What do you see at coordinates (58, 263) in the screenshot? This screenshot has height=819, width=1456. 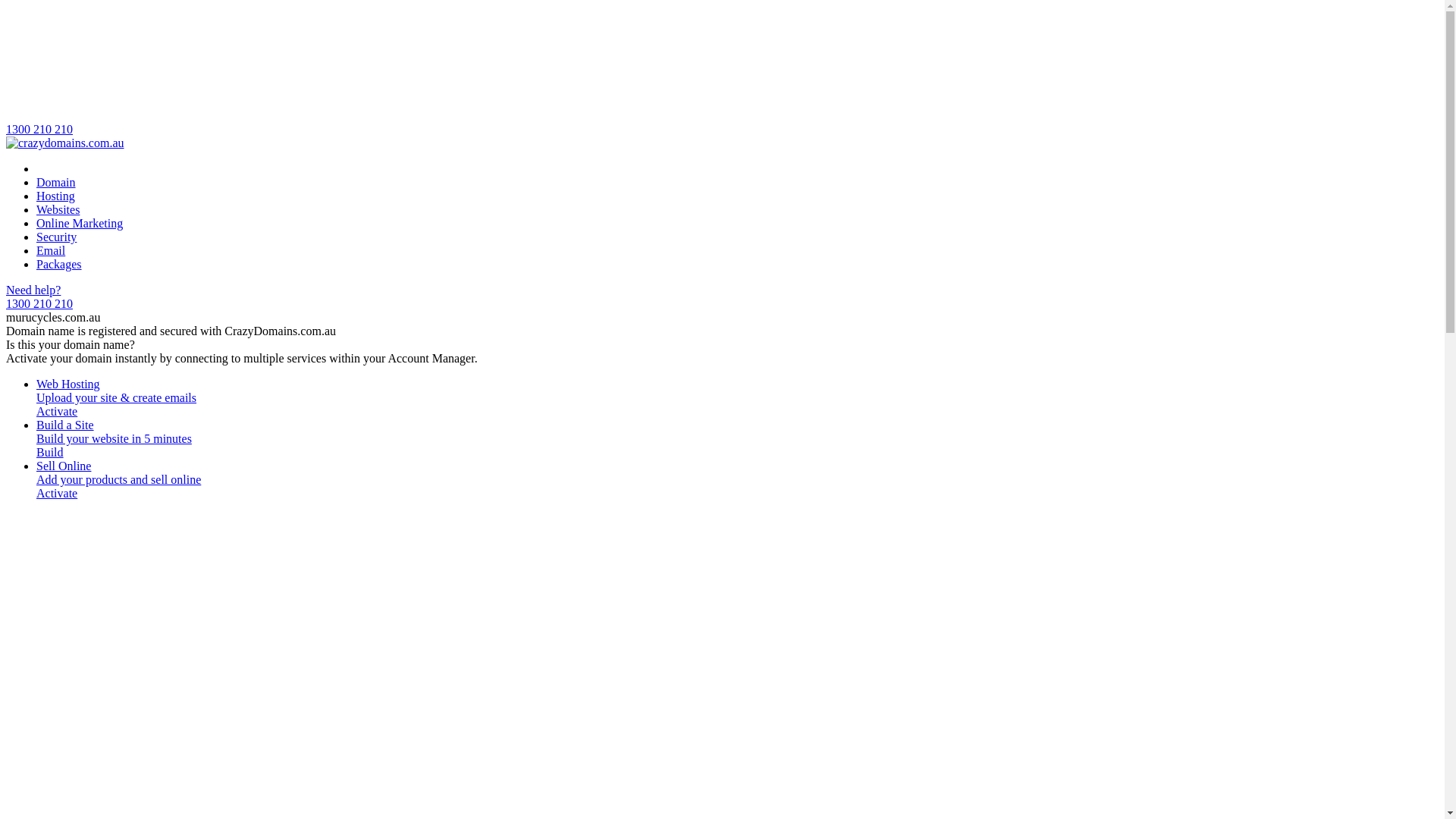 I see `'Packages'` at bounding box center [58, 263].